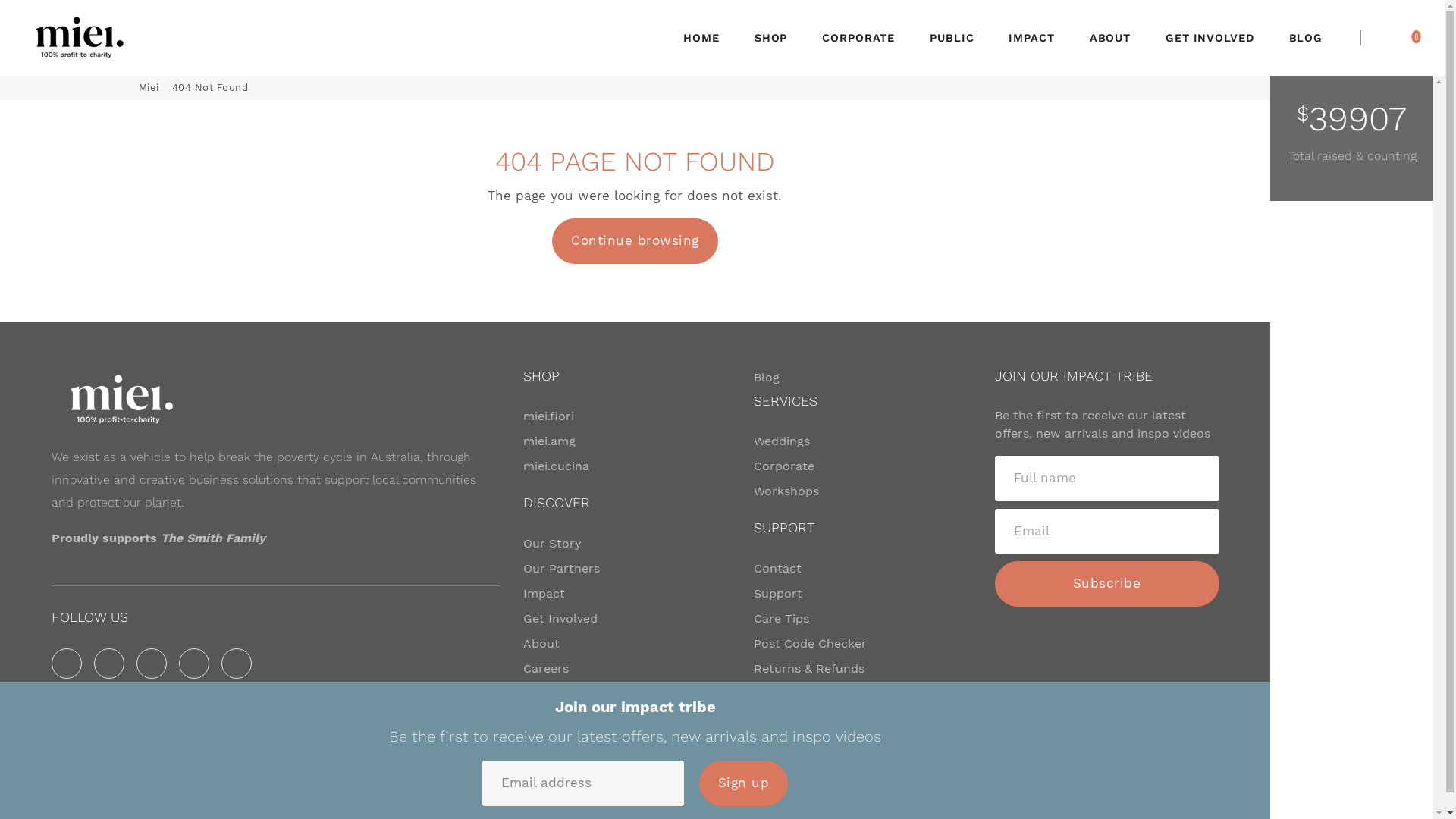  Describe the element at coordinates (1415, 35) in the screenshot. I see `'0` at that location.